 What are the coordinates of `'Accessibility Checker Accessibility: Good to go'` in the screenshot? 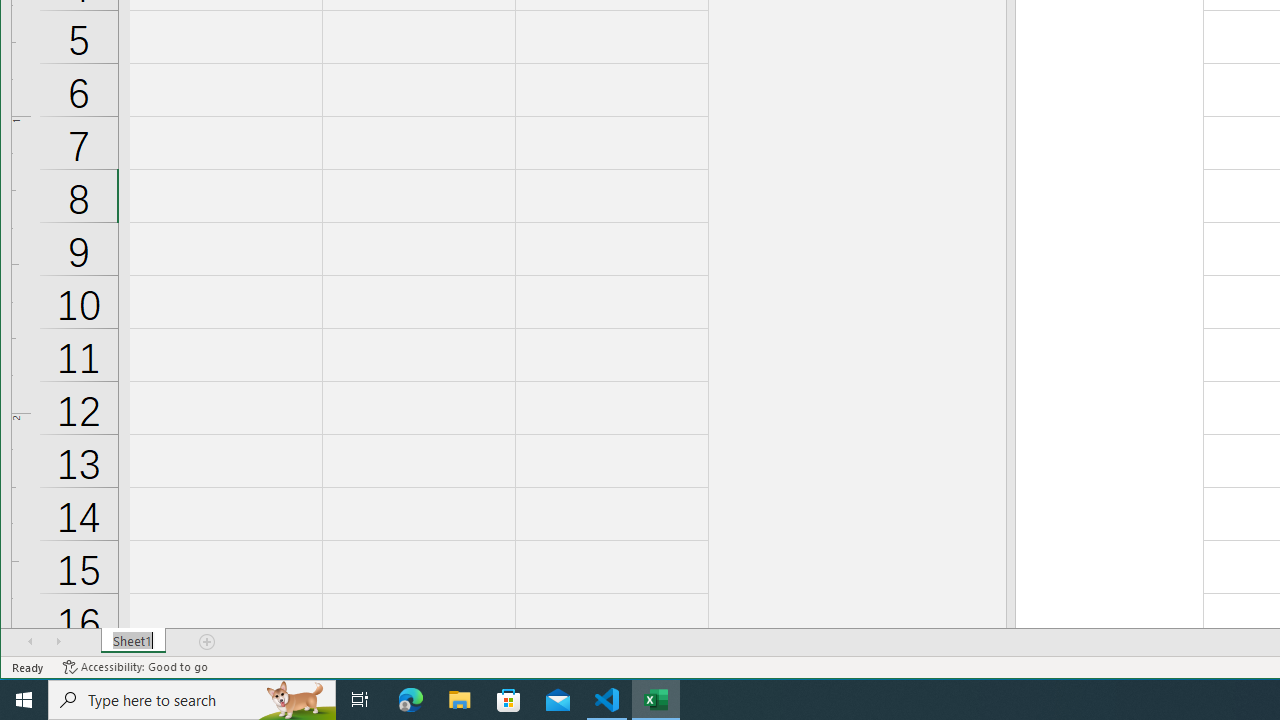 It's located at (134, 667).